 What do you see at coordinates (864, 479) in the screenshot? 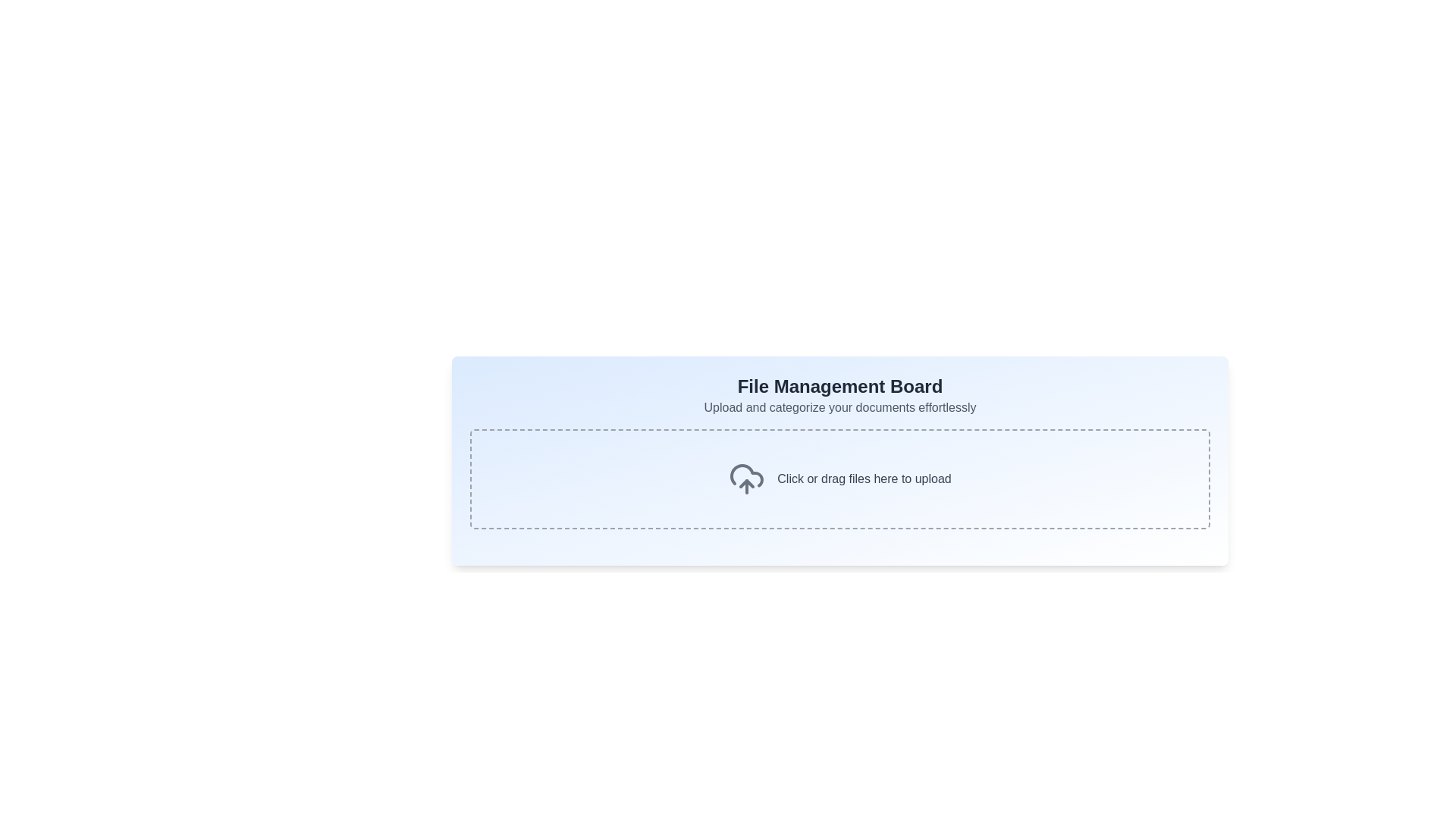
I see `the static informational text label that says 'Click or drag files here to upload', which is located inside a dashed bordered box for file uploads` at bounding box center [864, 479].